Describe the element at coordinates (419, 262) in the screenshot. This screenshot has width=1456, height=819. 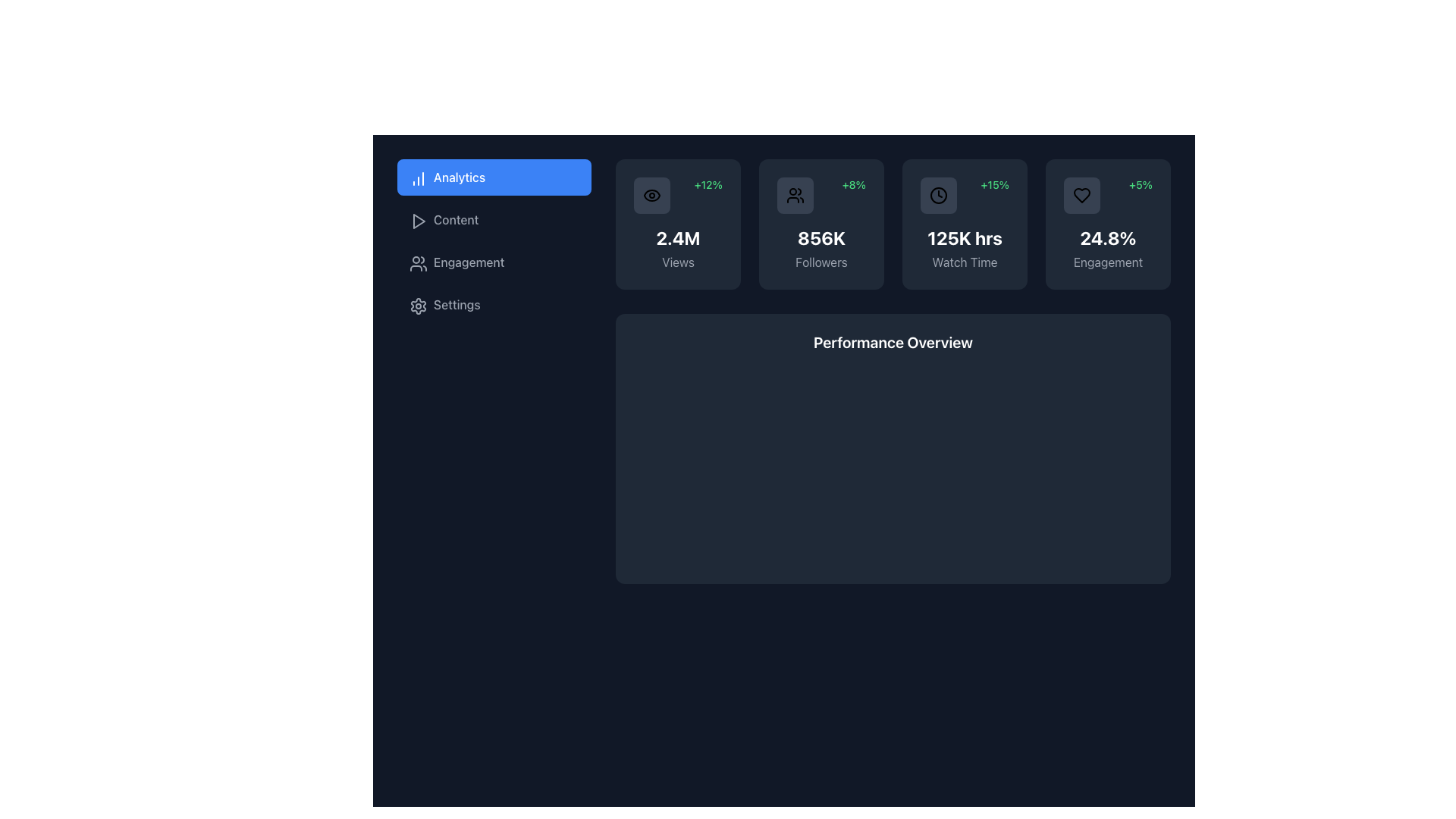
I see `the icon next to the 'Engagement' text label in the left-side navigation menu` at that location.